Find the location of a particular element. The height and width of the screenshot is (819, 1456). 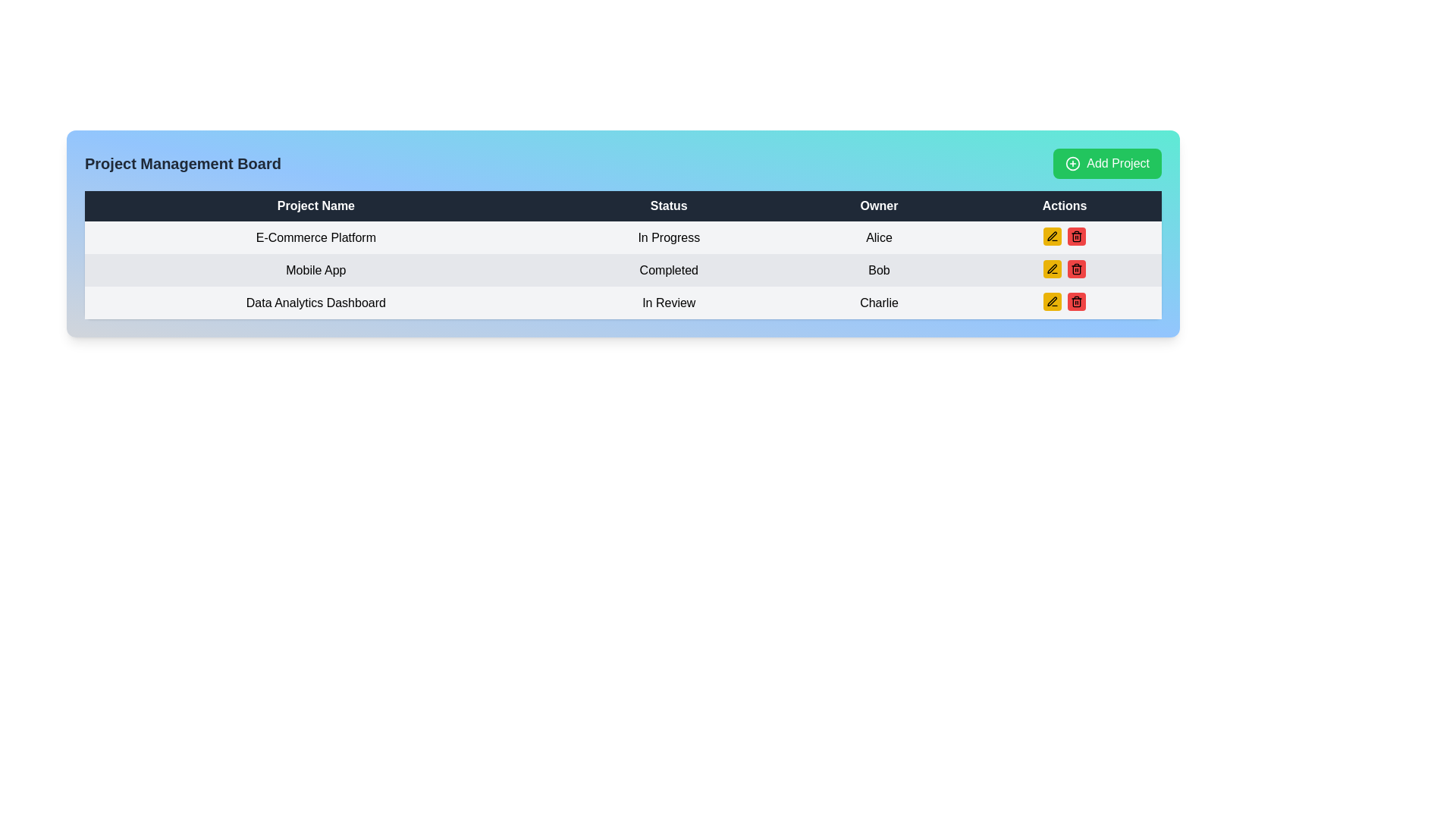

the trash can icon button that deletes the 'Mobile App' entry to indicate focus is located at coordinates (1076, 301).